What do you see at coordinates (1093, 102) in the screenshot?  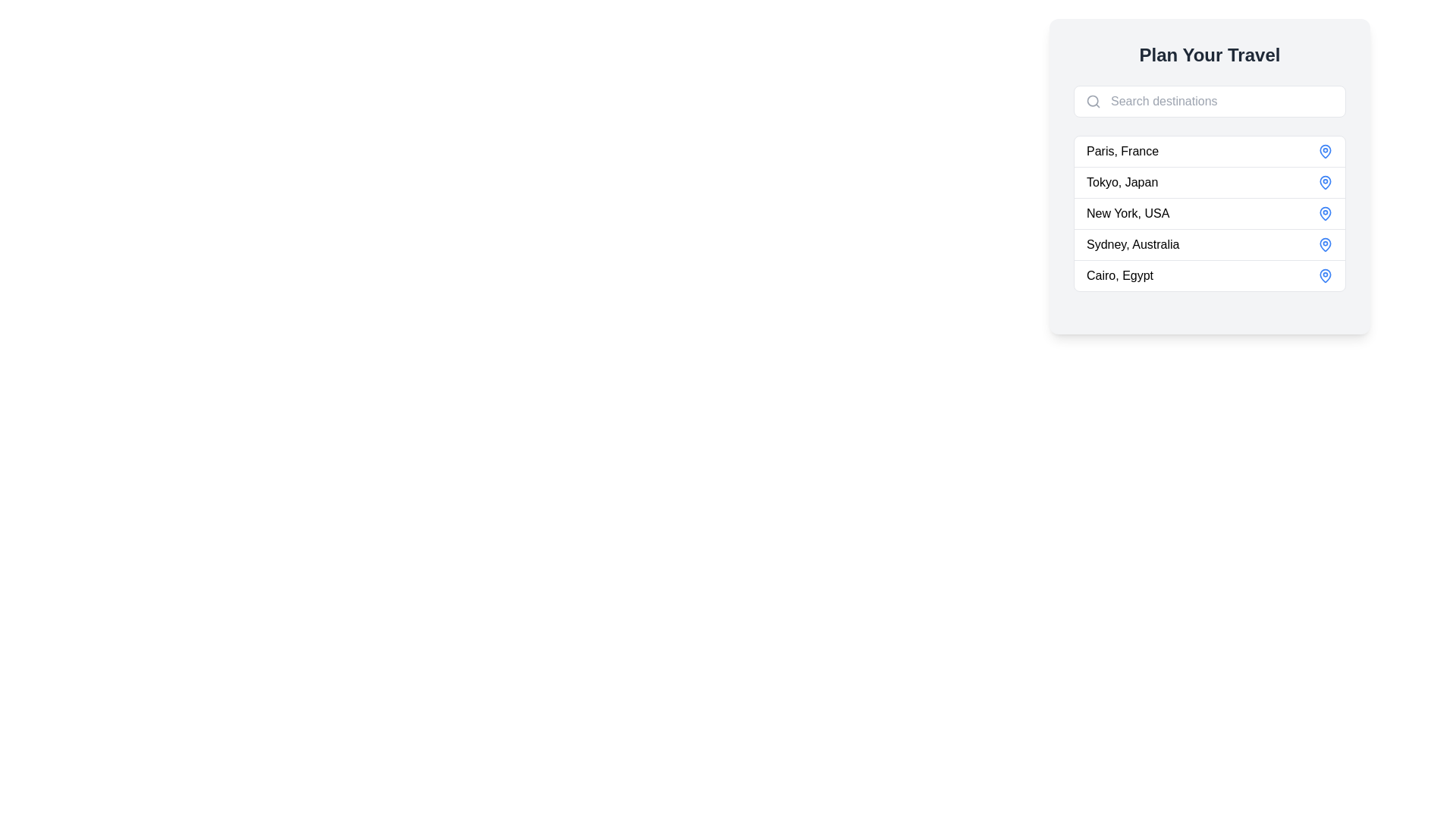 I see `the search icon located in the upper-left corner of the search input field in the 'Plan Your Travel' section, which helps users recognize the search functionality` at bounding box center [1093, 102].